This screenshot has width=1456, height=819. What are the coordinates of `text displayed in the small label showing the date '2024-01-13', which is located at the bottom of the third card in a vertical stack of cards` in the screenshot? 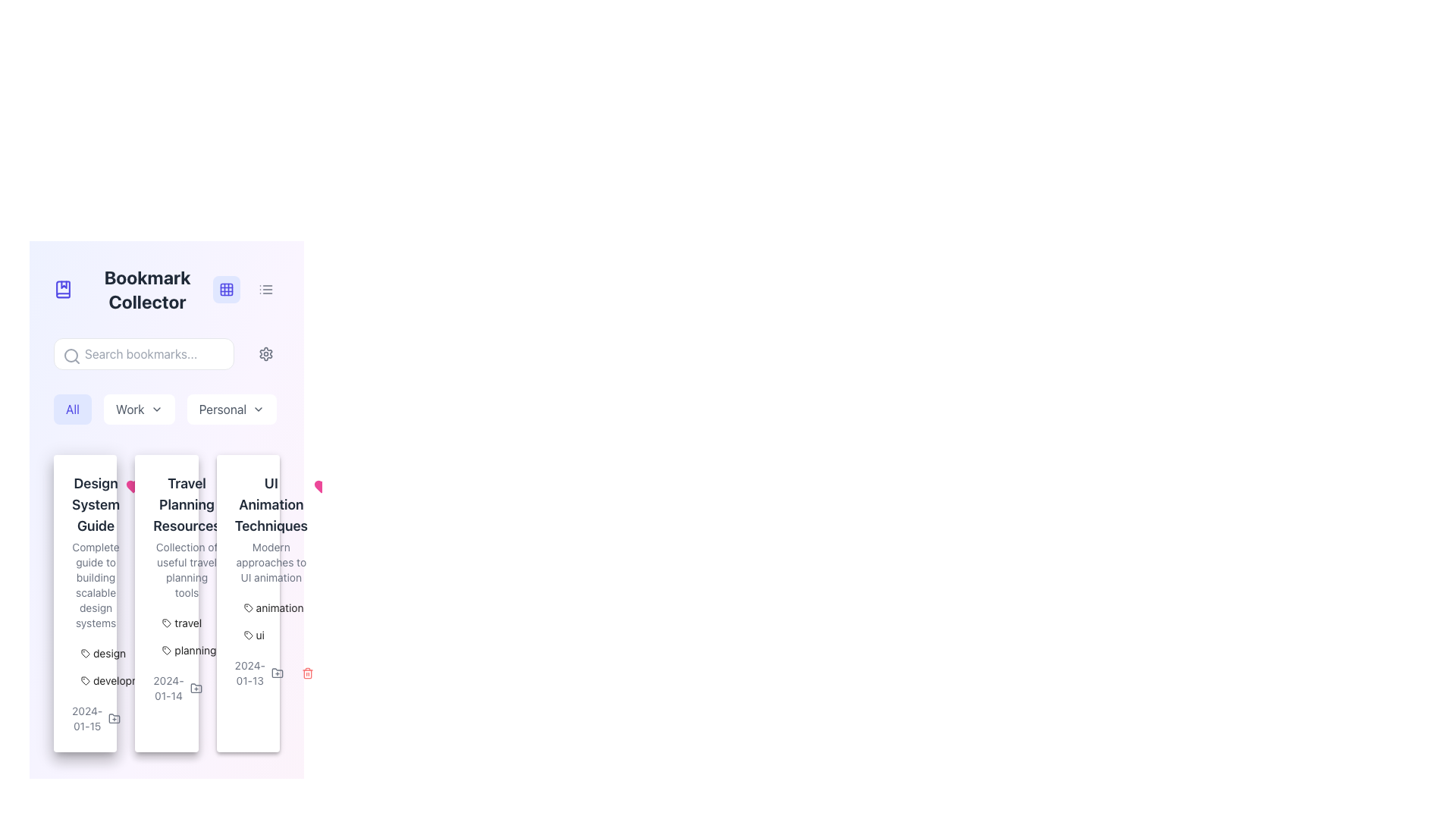 It's located at (249, 672).